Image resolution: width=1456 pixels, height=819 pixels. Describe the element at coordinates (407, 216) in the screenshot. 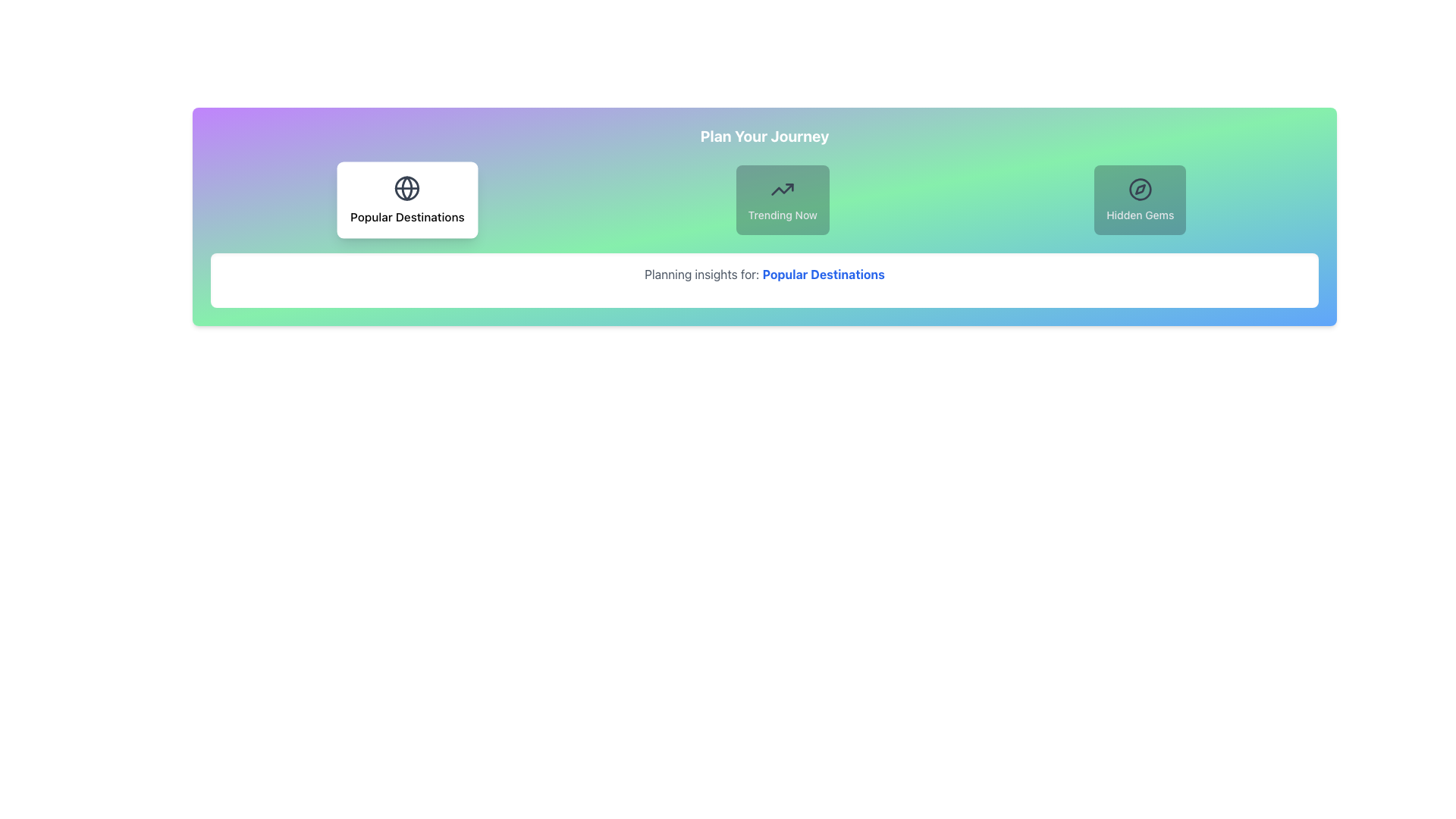

I see `the 'Popular Destinations' text label, which is styled with a small font size and medium weight, located below a globe icon in a white rounded card` at that location.